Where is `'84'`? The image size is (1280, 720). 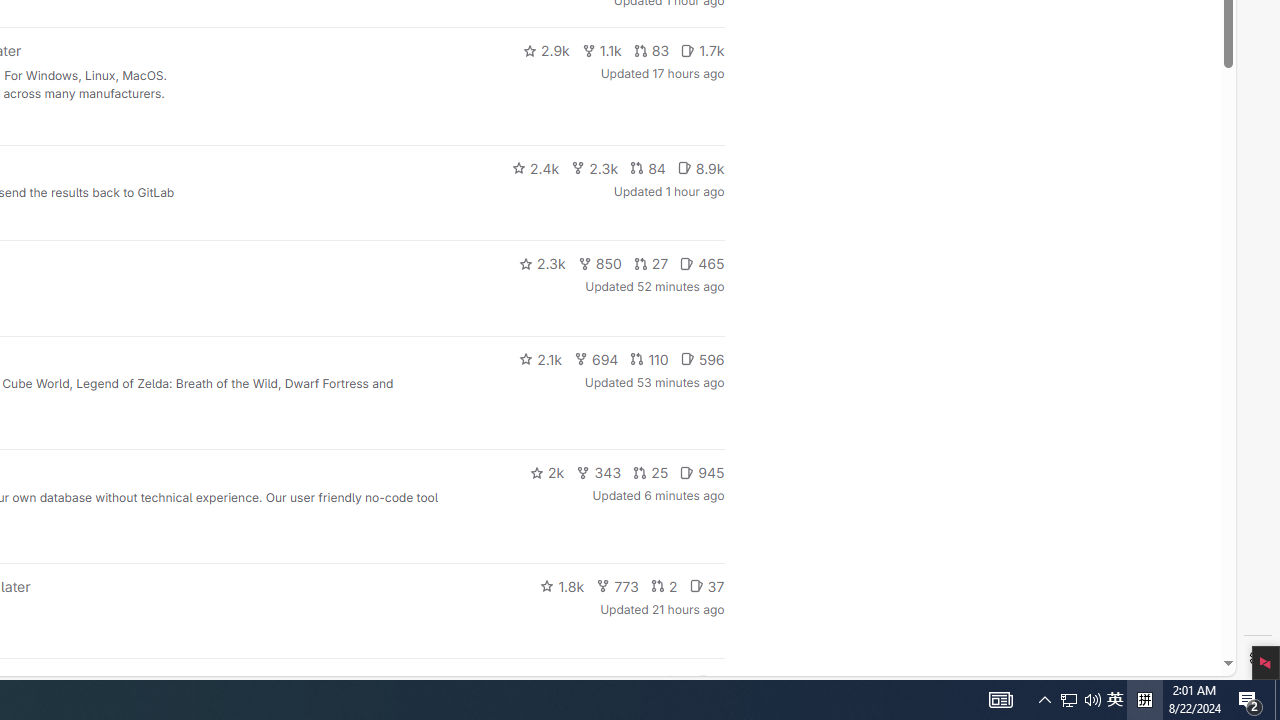 '84' is located at coordinates (647, 167).